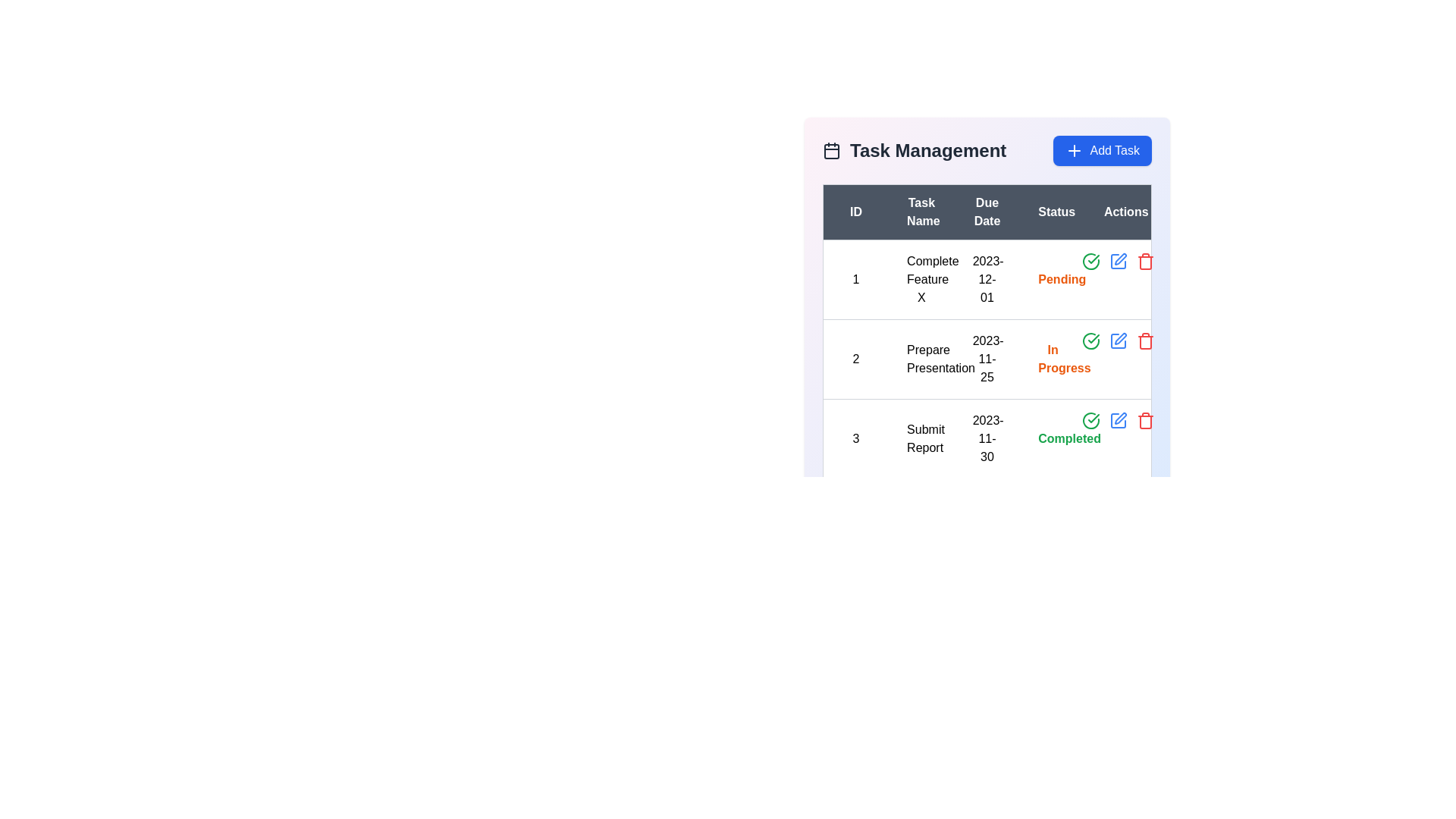 The image size is (1456, 819). What do you see at coordinates (1103, 151) in the screenshot?
I see `the button located on the far right of the 'Task Management' header area, which is used` at bounding box center [1103, 151].